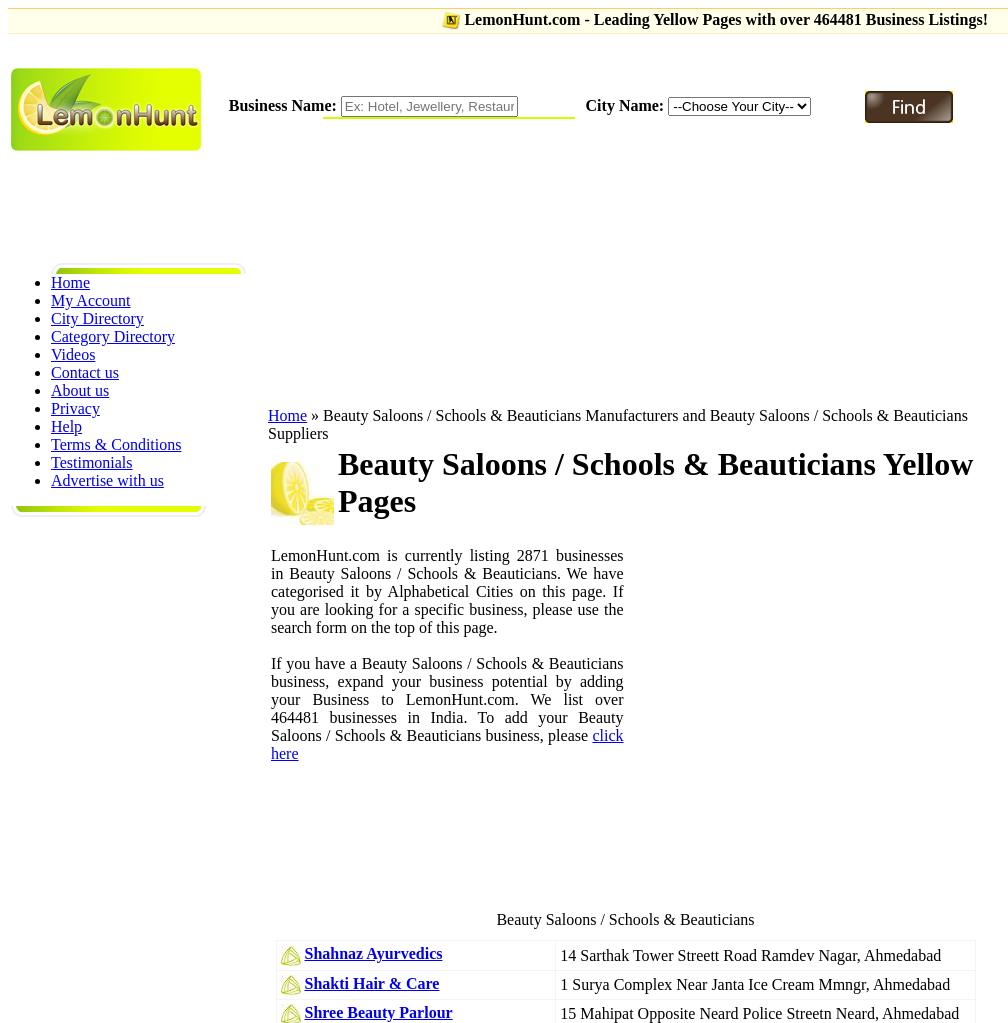 Image resolution: width=1008 pixels, height=1023 pixels. Describe the element at coordinates (754, 983) in the screenshot. I see `'1 Surya Complex Near Janta Ice Cream Mmngr, Ahmedabad'` at that location.